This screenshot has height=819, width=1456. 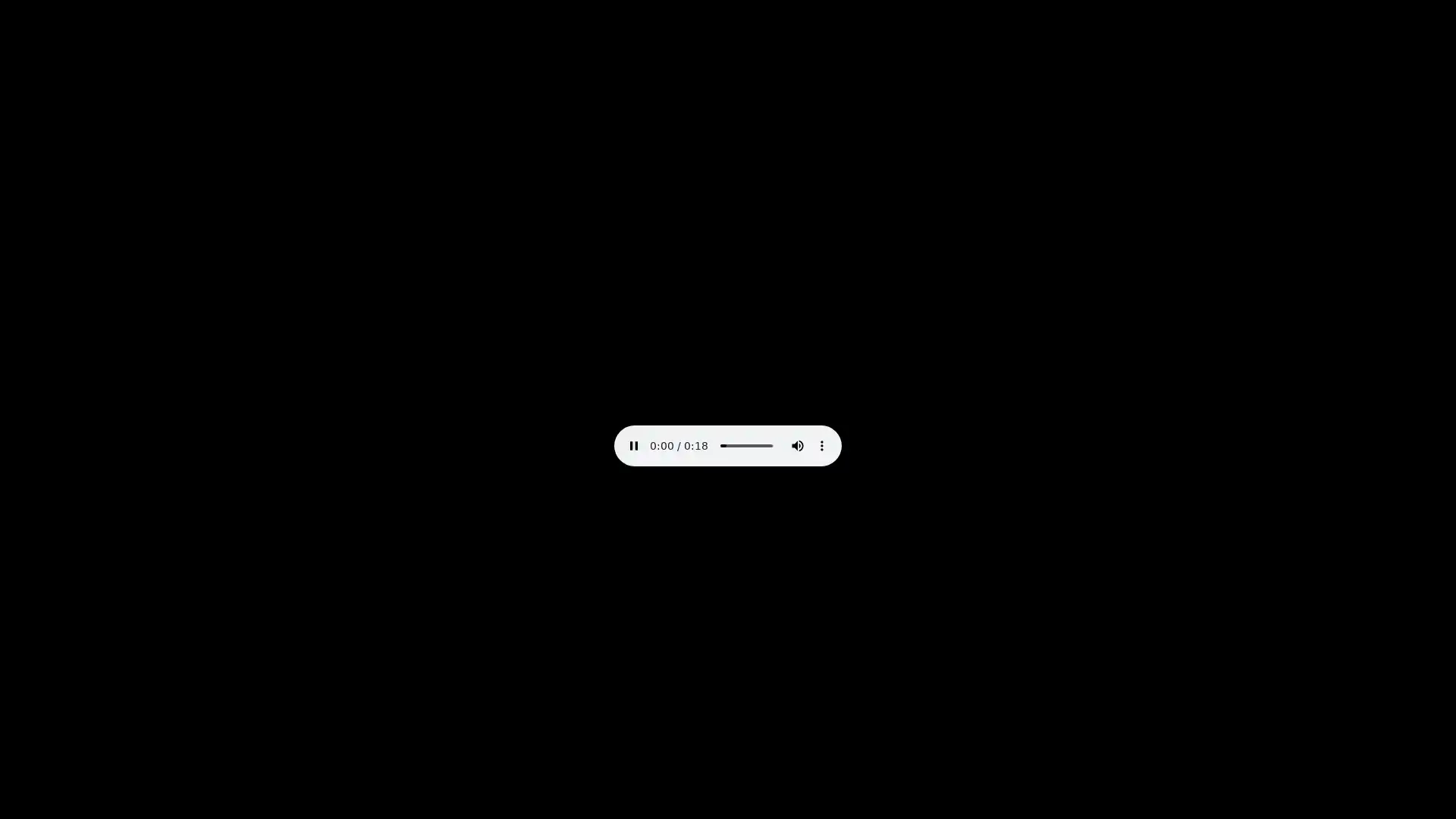 I want to click on show more media controls, so click(x=821, y=444).